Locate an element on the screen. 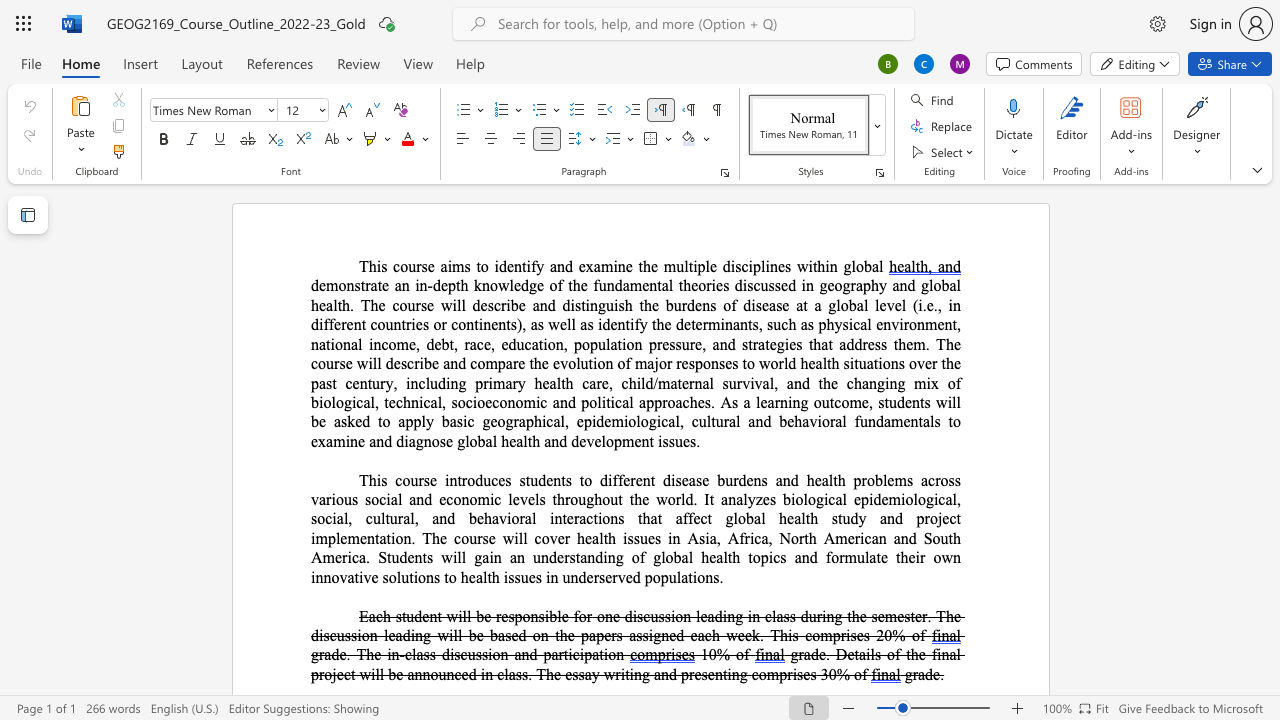  the space between the continuous character "c" and "i" in the text is located at coordinates (746, 265).